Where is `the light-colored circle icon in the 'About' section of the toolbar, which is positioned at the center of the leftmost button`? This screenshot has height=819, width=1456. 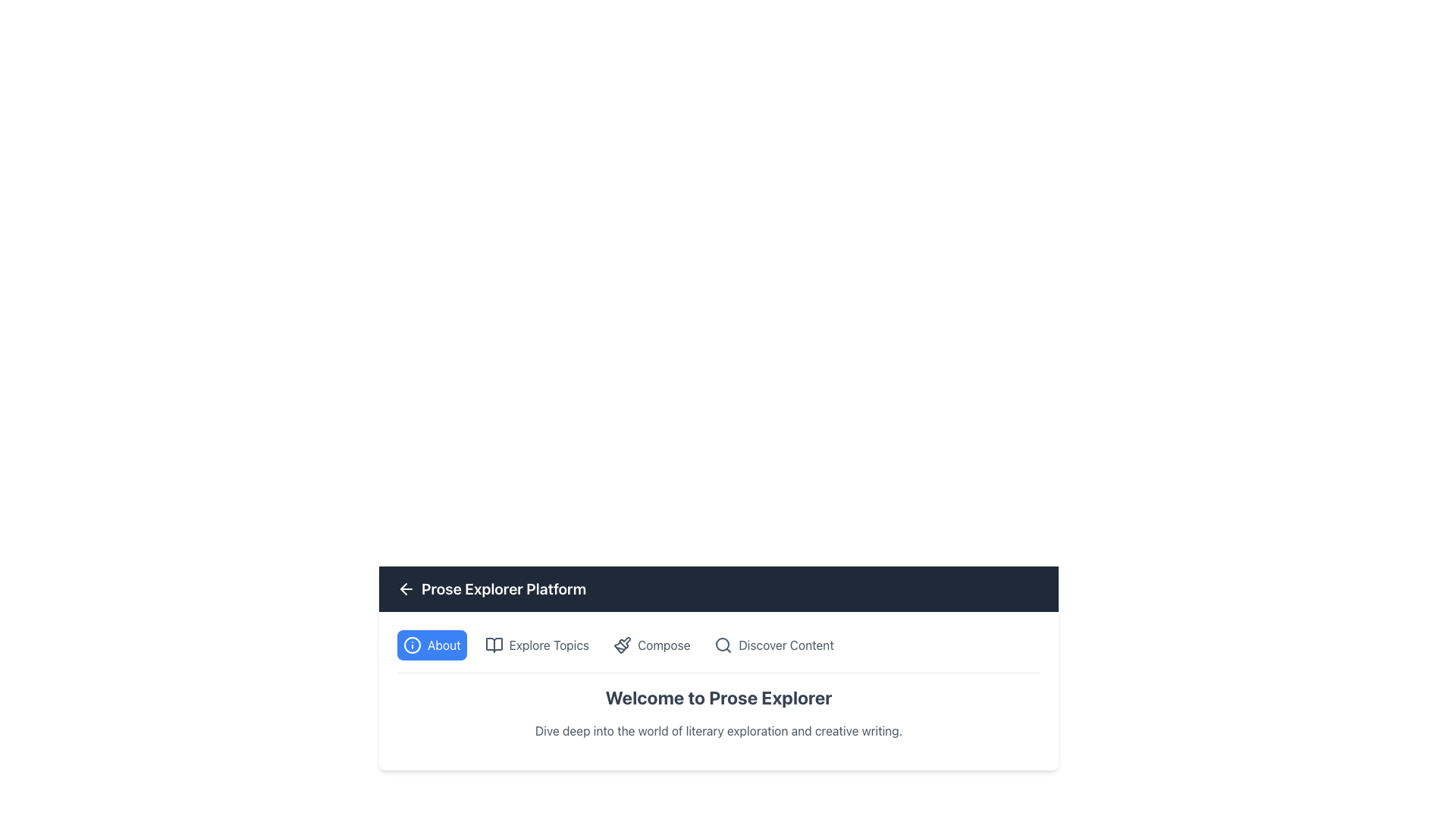 the light-colored circle icon in the 'About' section of the toolbar, which is positioned at the center of the leftmost button is located at coordinates (412, 645).